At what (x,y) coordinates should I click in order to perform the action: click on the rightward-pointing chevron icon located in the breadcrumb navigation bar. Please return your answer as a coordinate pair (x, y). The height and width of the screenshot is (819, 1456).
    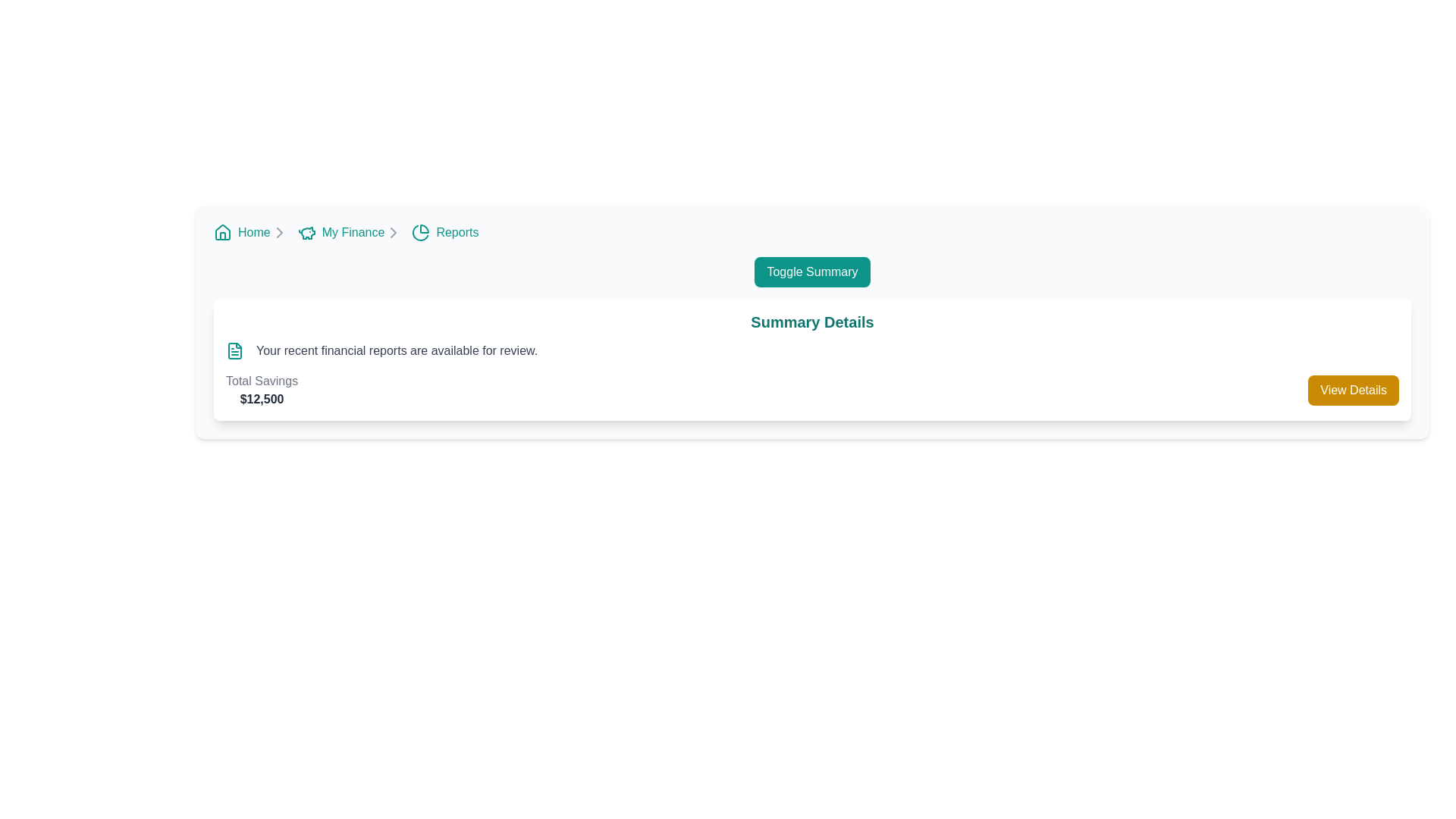
    Looking at the image, I should click on (279, 233).